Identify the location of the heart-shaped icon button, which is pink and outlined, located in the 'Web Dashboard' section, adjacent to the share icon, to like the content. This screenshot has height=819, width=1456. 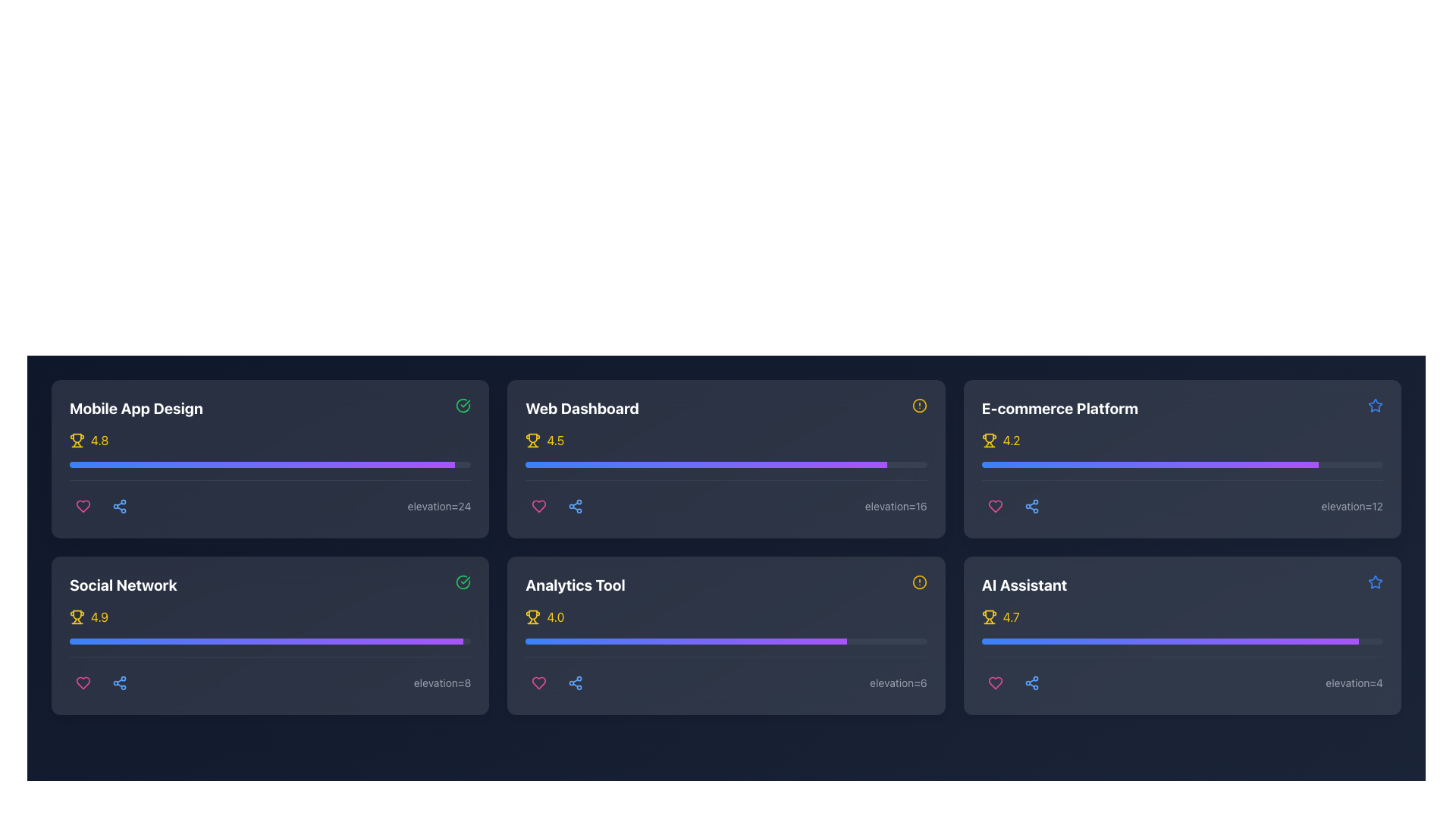
(539, 506).